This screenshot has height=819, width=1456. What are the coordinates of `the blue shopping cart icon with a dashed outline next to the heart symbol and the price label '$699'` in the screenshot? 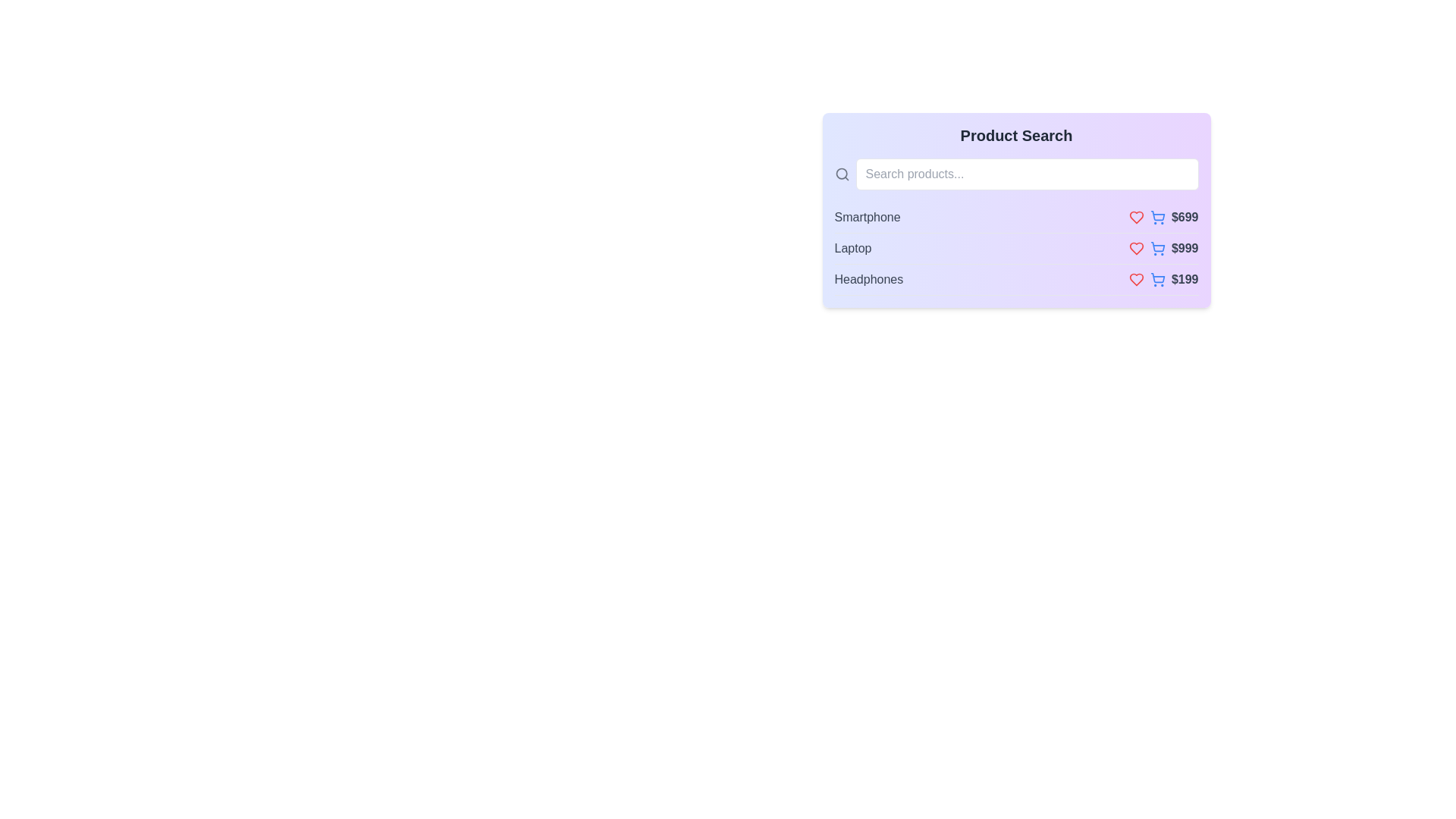 It's located at (1163, 217).